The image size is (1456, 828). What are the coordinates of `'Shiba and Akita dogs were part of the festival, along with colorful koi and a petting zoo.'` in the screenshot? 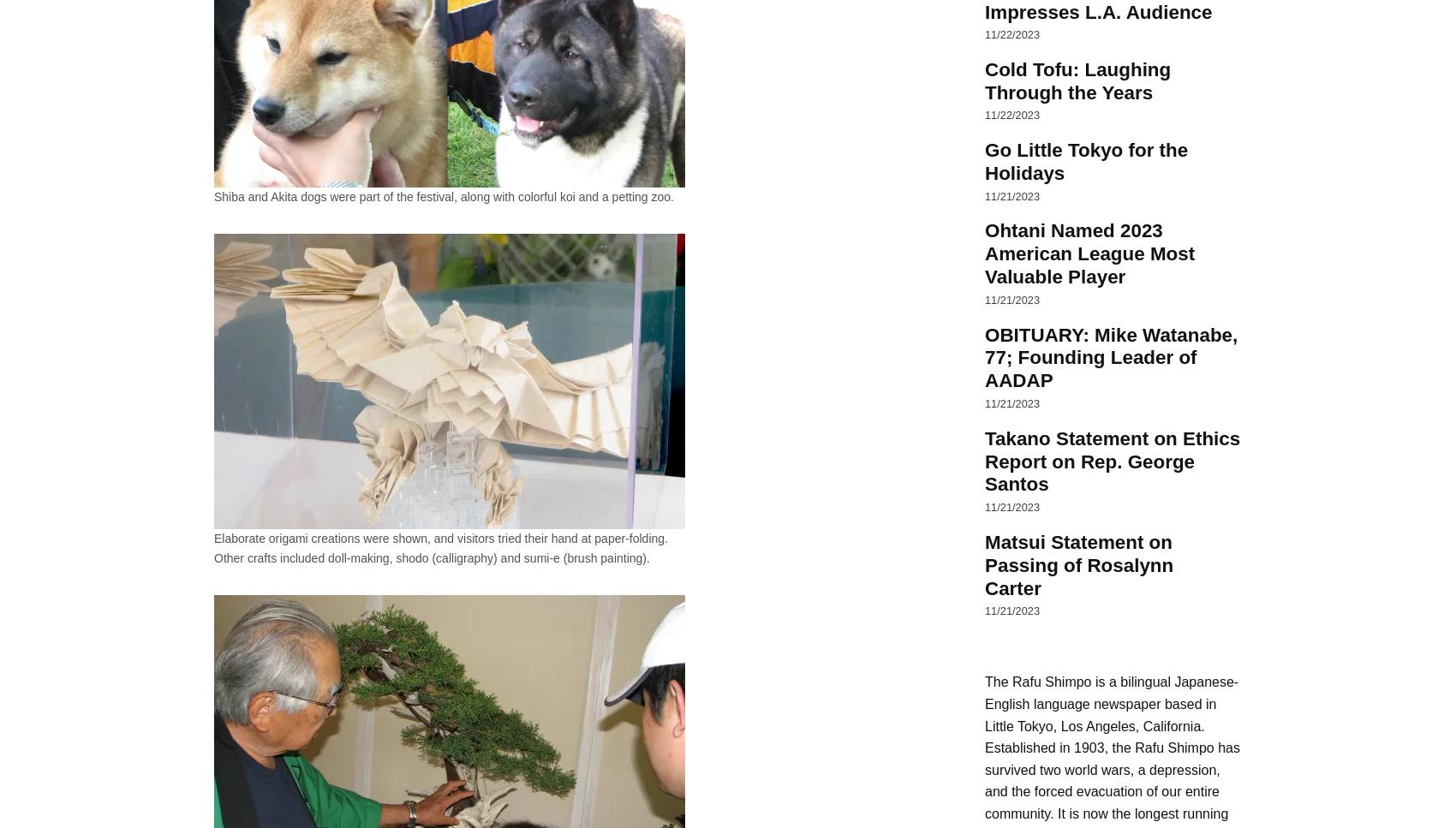 It's located at (444, 196).